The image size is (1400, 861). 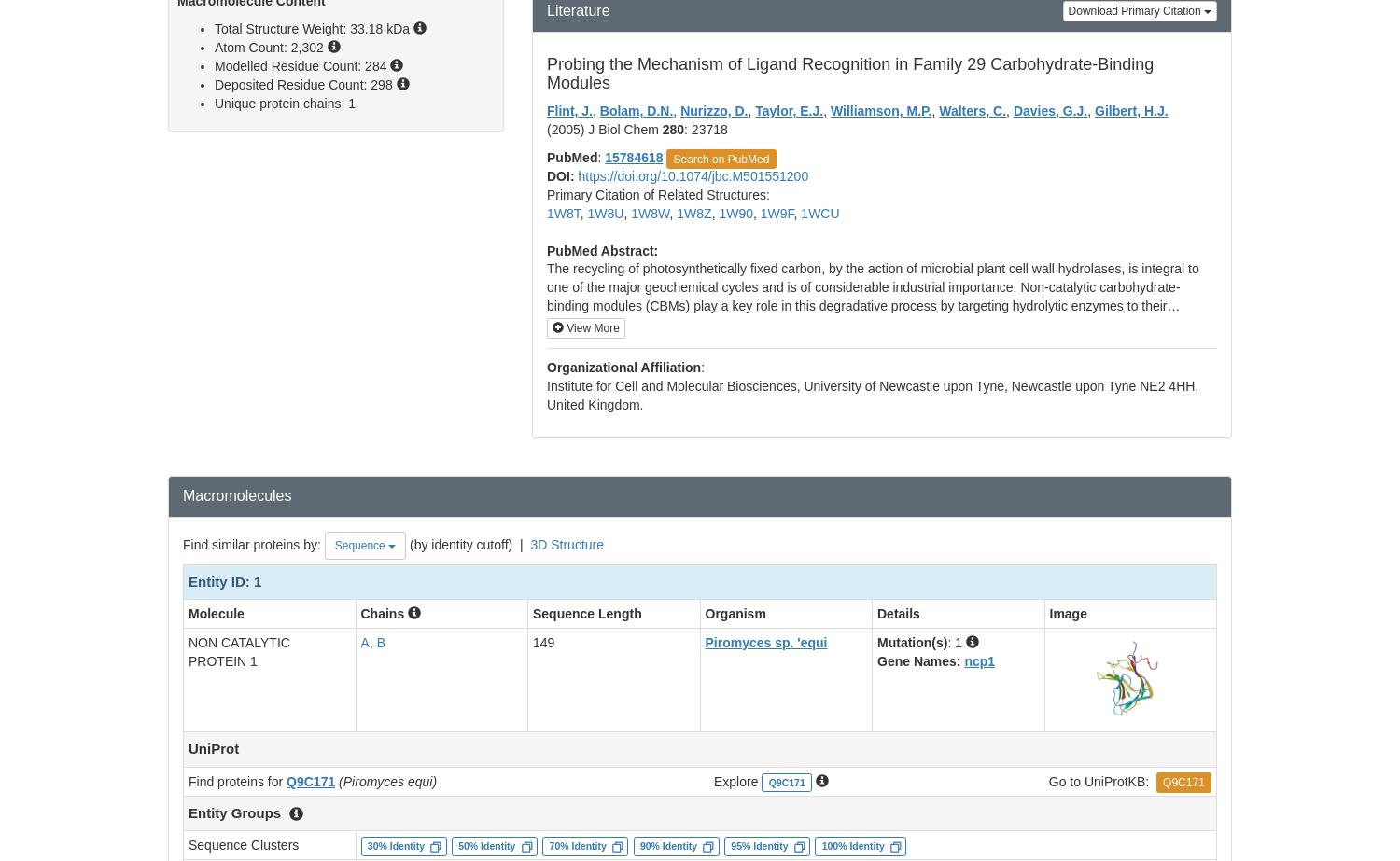 What do you see at coordinates (666, 845) in the screenshot?
I see `'90% Identity'` at bounding box center [666, 845].